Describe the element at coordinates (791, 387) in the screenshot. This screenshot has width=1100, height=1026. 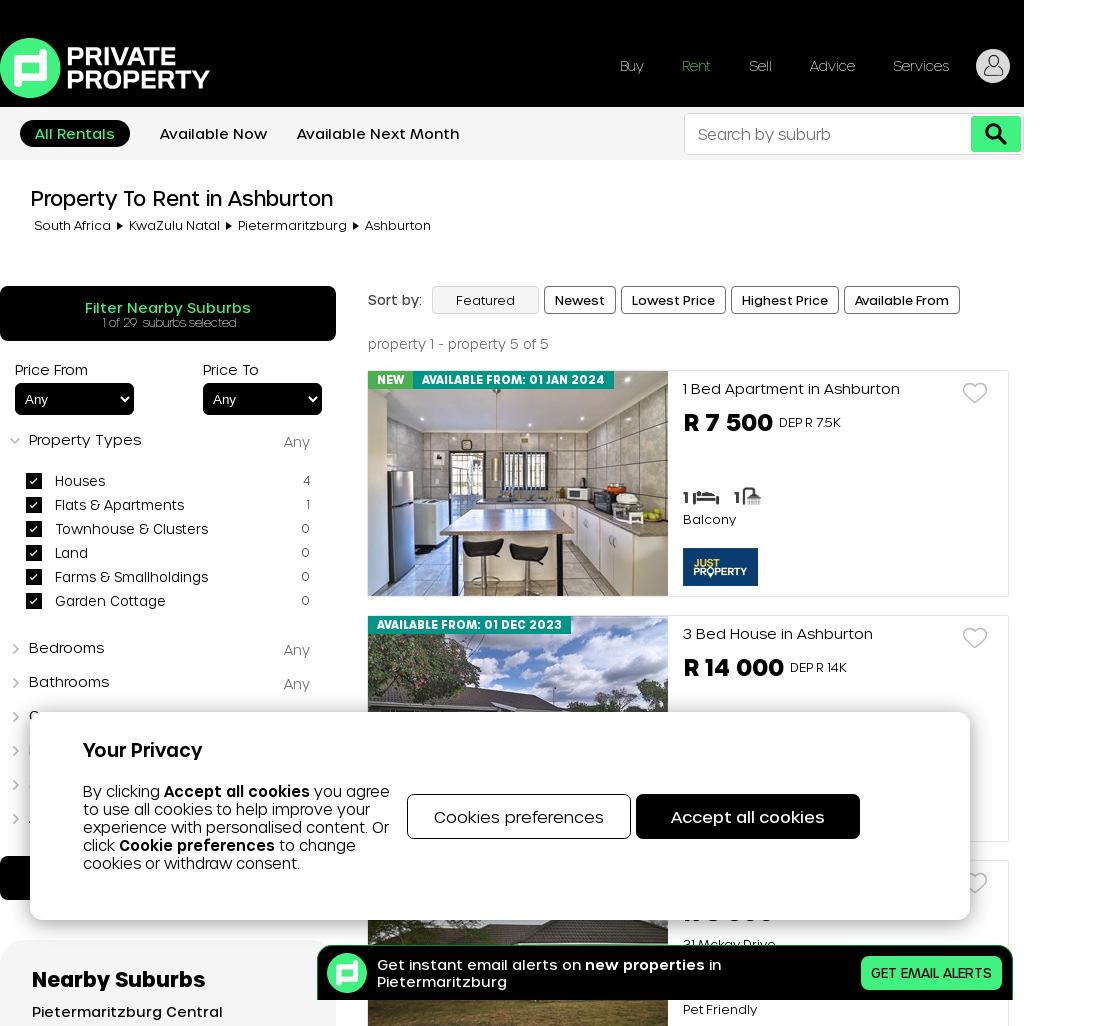
I see `'1 Bed Apartment in Ashburton'` at that location.